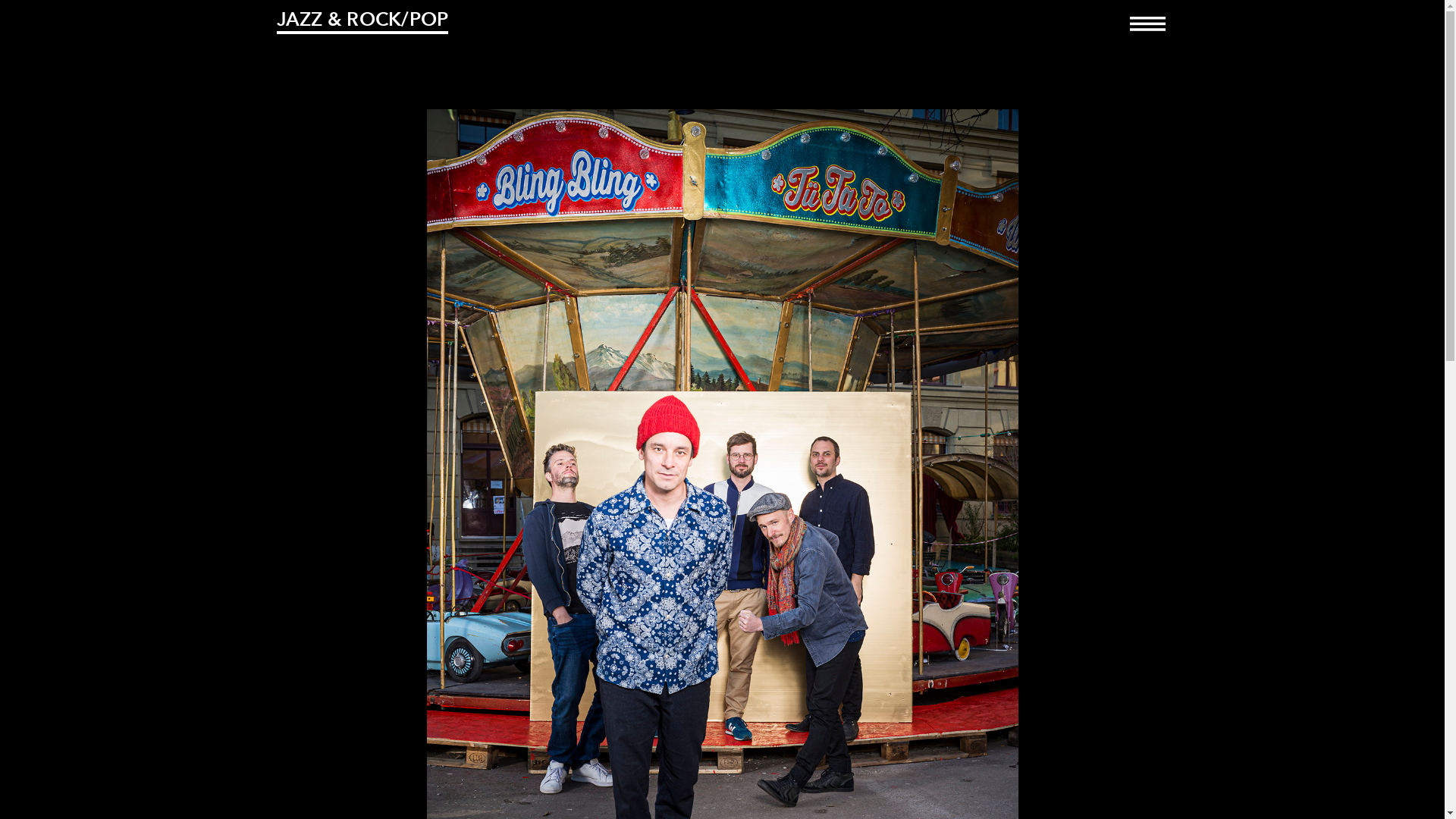  What do you see at coordinates (361, 20) in the screenshot?
I see `'JAZZ & ROCK/POP'` at bounding box center [361, 20].